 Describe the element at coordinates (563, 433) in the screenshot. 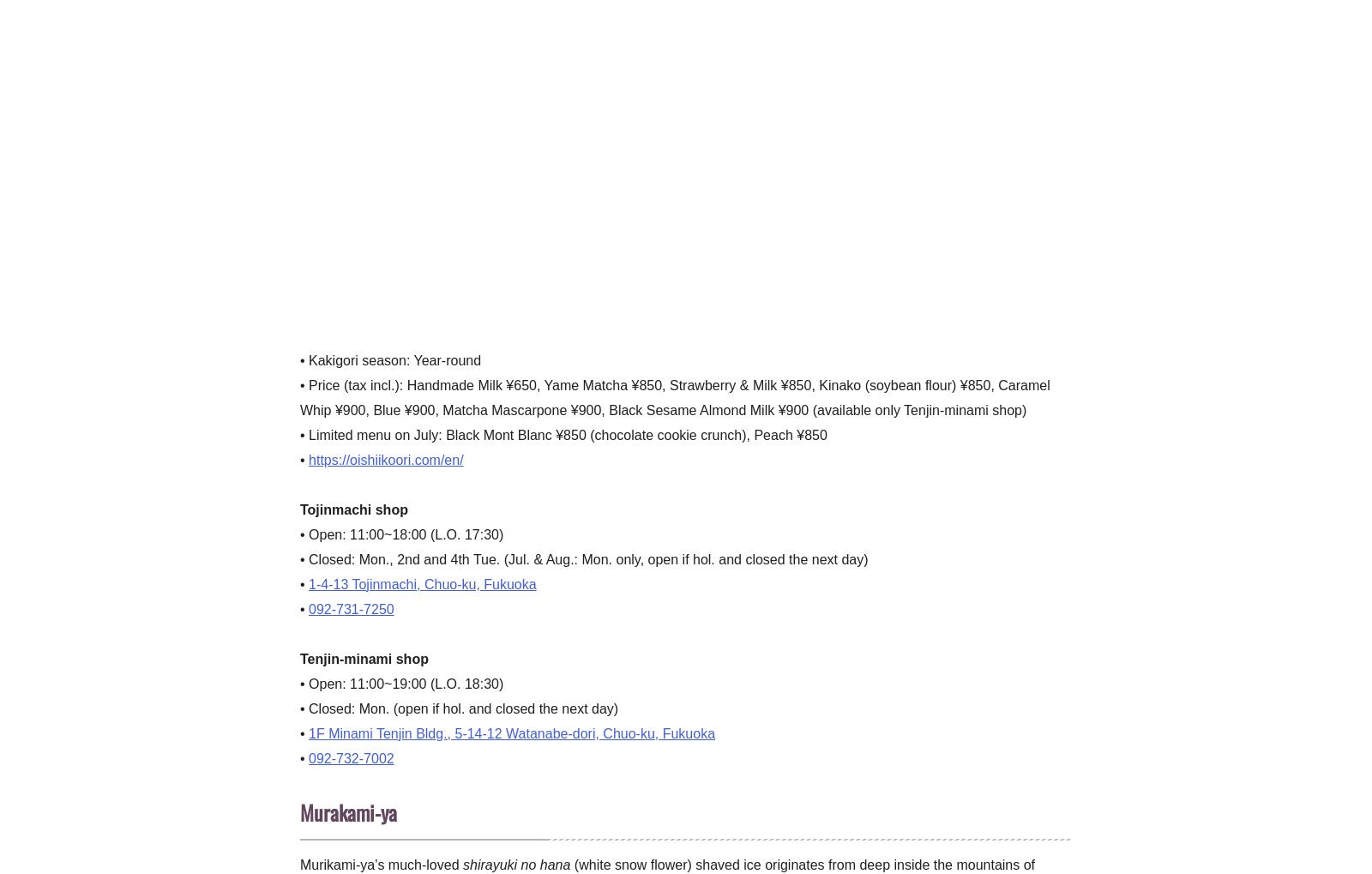

I see `'• Limited menu on July: Black Mont Blanc ¥850 (chocolate cookie crunch), Peach ¥850'` at that location.